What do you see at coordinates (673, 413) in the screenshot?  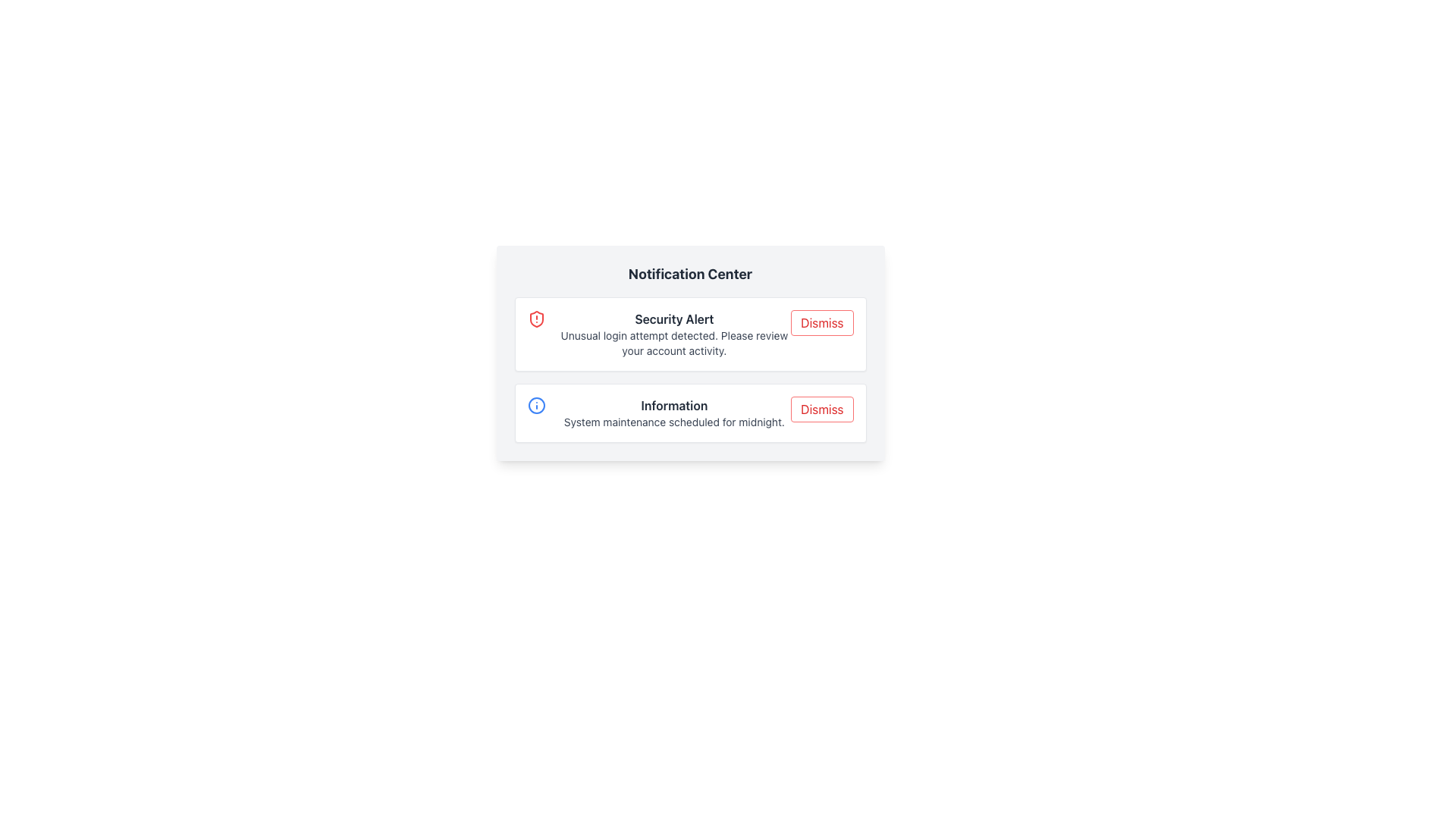 I see `the text block displaying 'Information' regarding system maintenance, which is located in the bottom half of the notification center, to the left of the 'Dismiss' button` at bounding box center [673, 413].